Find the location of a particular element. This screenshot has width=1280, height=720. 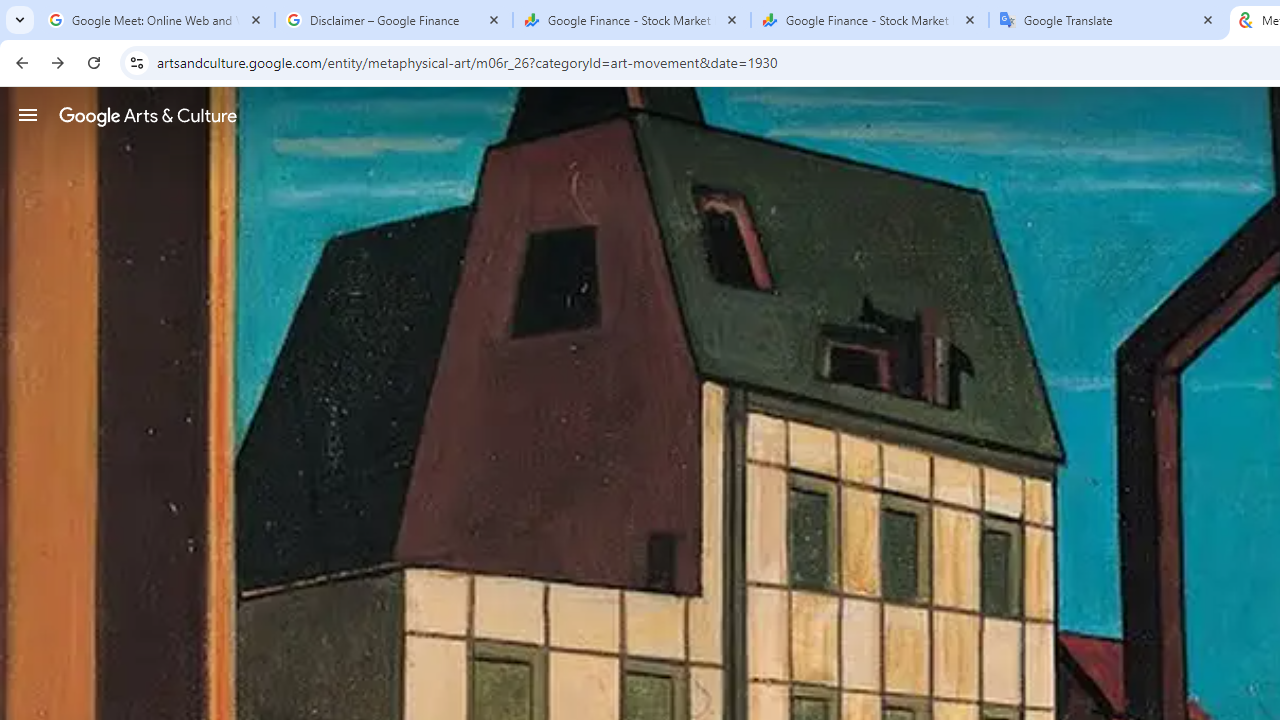

'Menu' is located at coordinates (28, 114).